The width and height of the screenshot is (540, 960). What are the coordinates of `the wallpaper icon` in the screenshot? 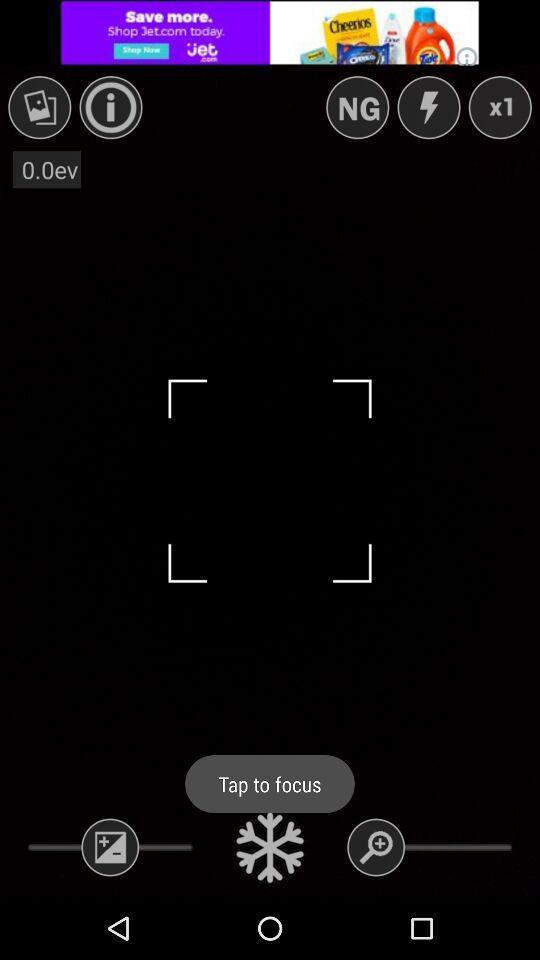 It's located at (39, 107).